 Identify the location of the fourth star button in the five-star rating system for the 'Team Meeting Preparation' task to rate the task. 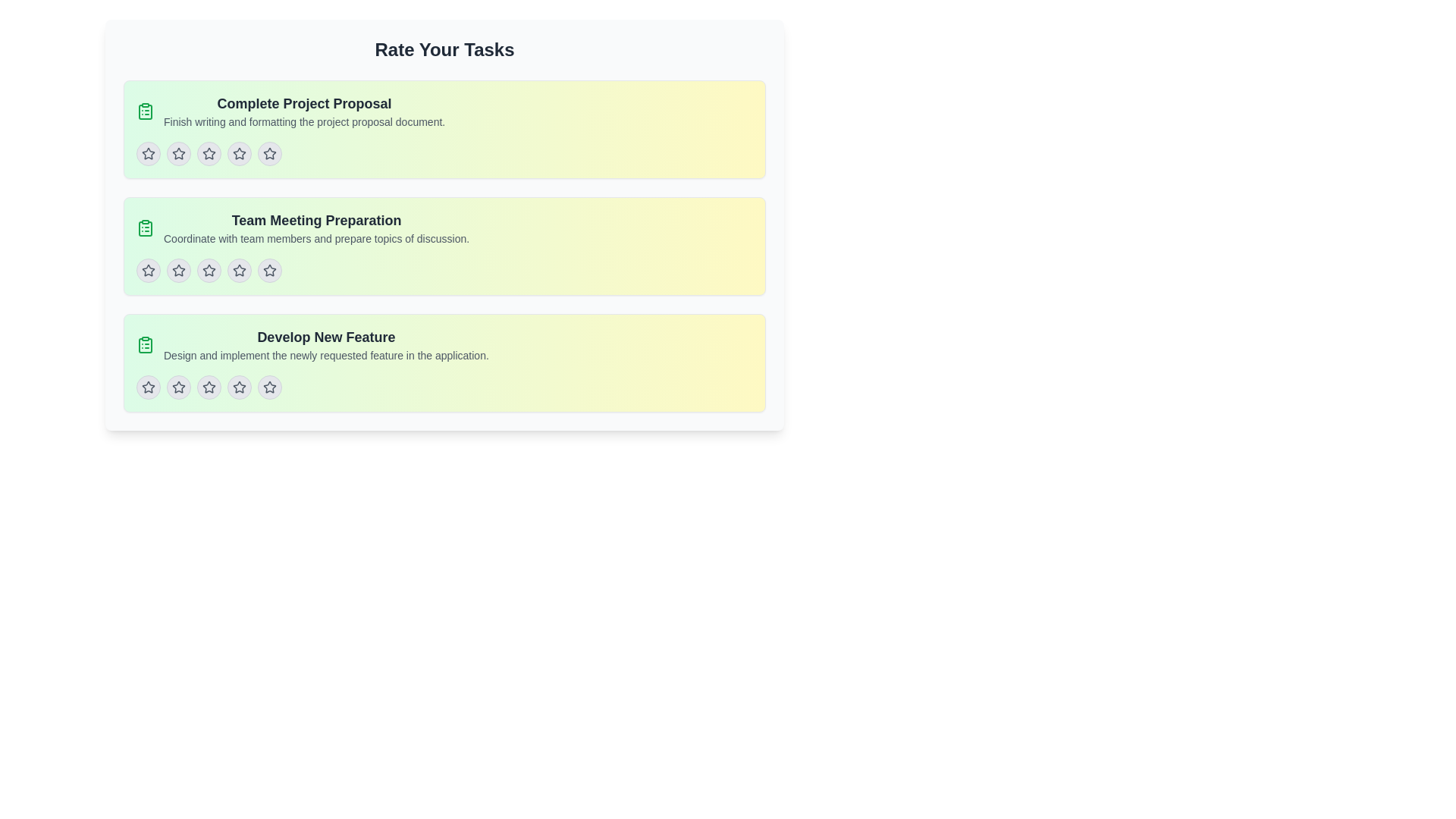
(239, 270).